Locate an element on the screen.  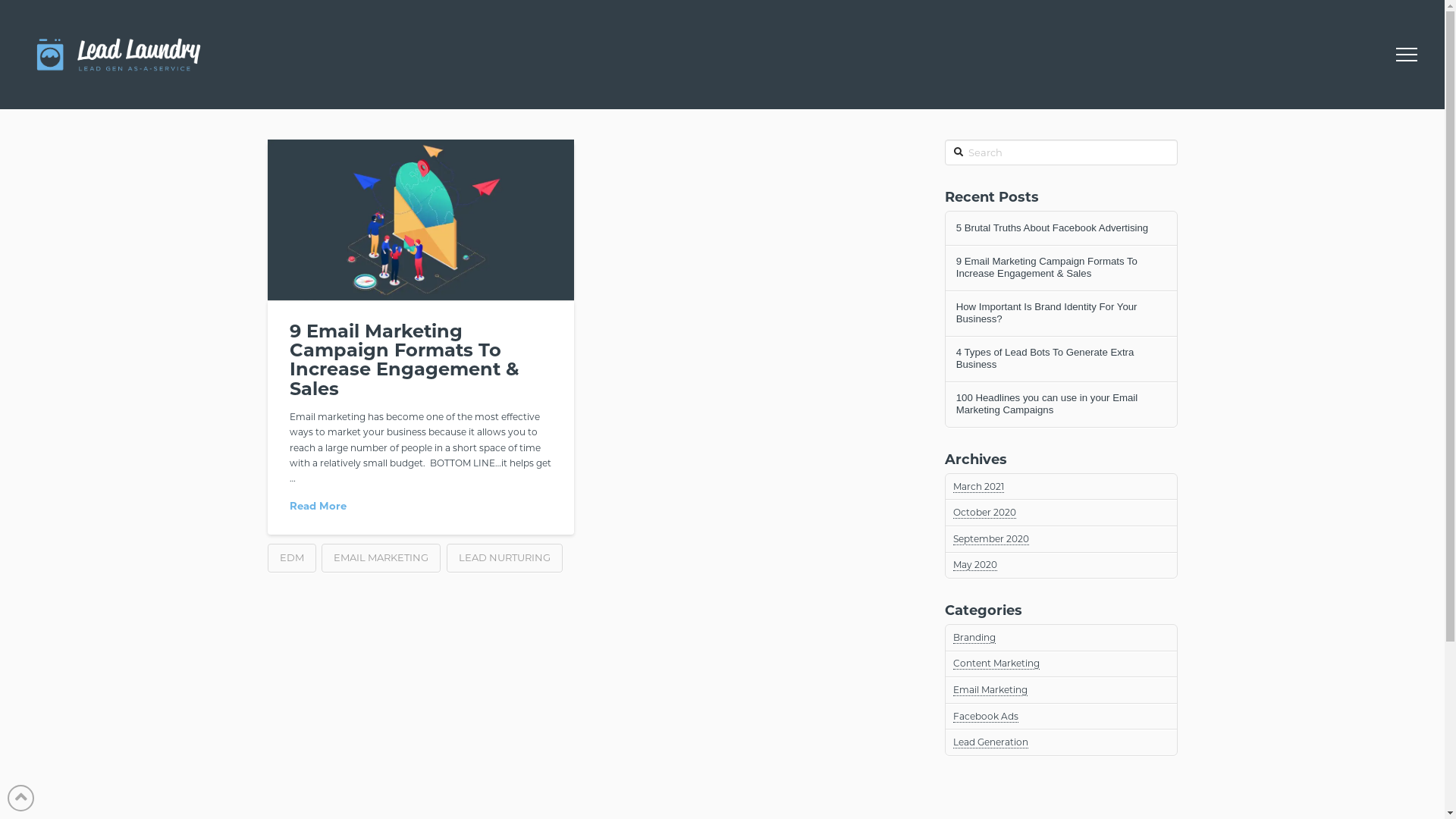
'LEAD NURTURING' is located at coordinates (446, 558).